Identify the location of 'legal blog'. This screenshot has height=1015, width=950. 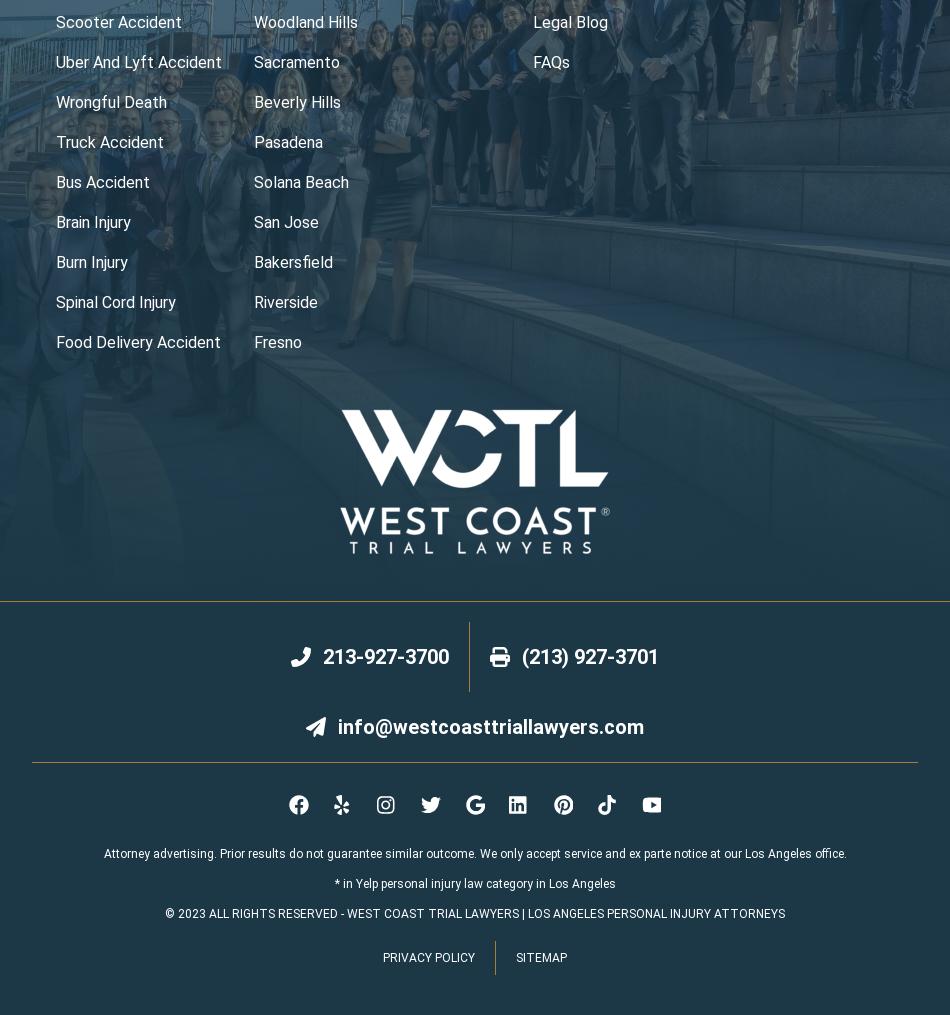
(533, 21).